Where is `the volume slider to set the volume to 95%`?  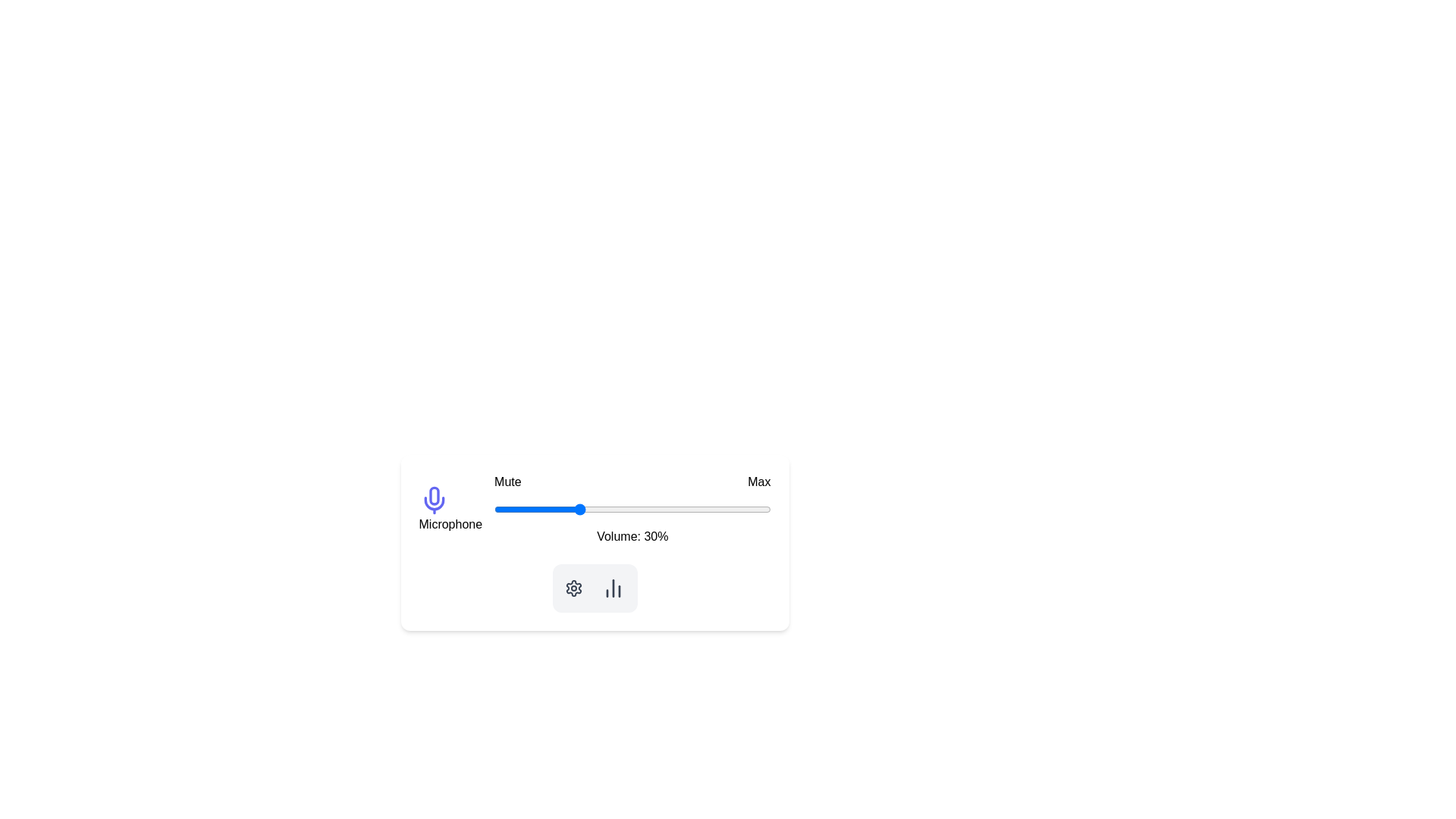
the volume slider to set the volume to 95% is located at coordinates (757, 509).